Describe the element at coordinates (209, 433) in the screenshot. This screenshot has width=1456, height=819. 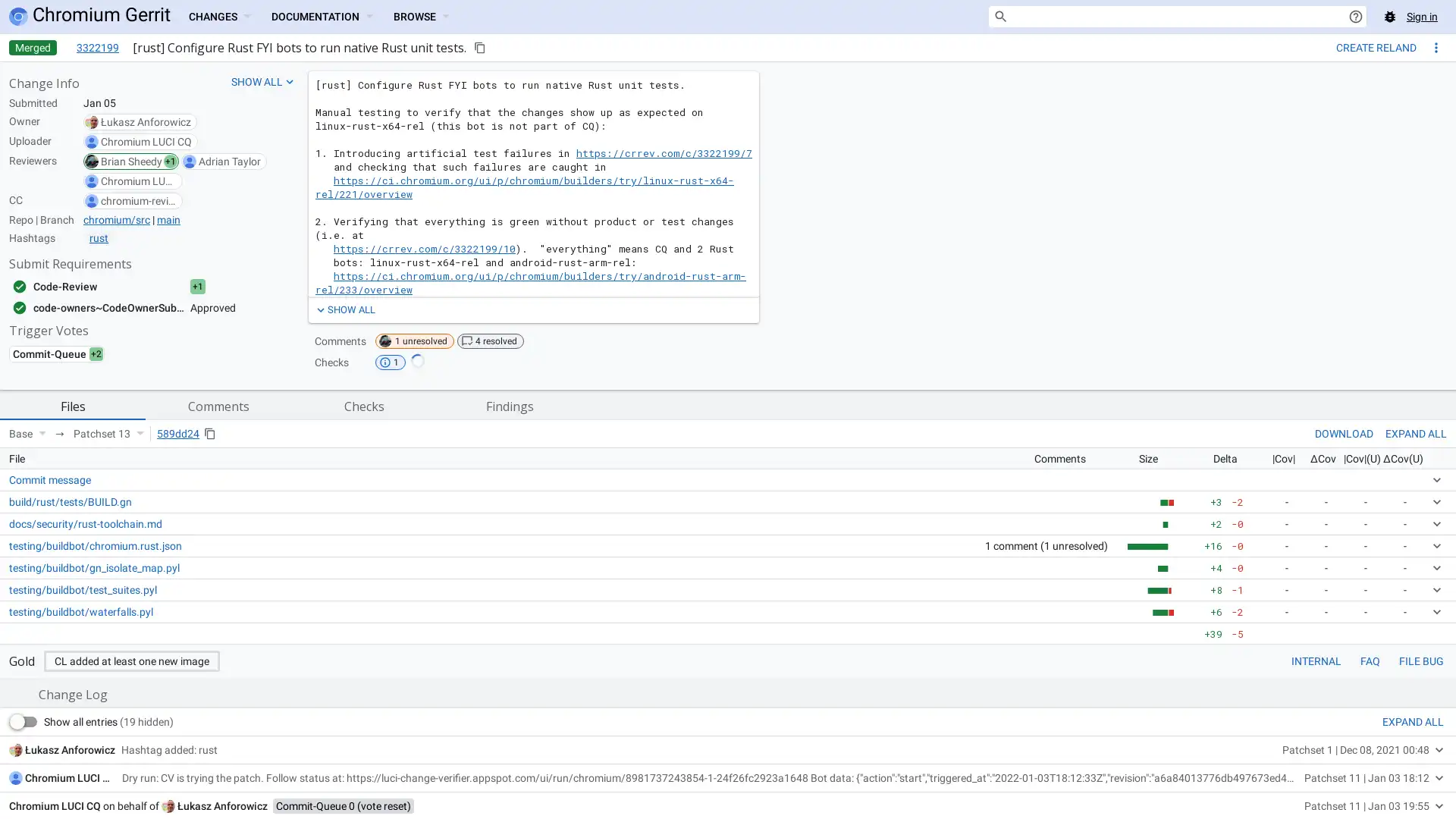
I see `Click to copy to clipboard` at that location.